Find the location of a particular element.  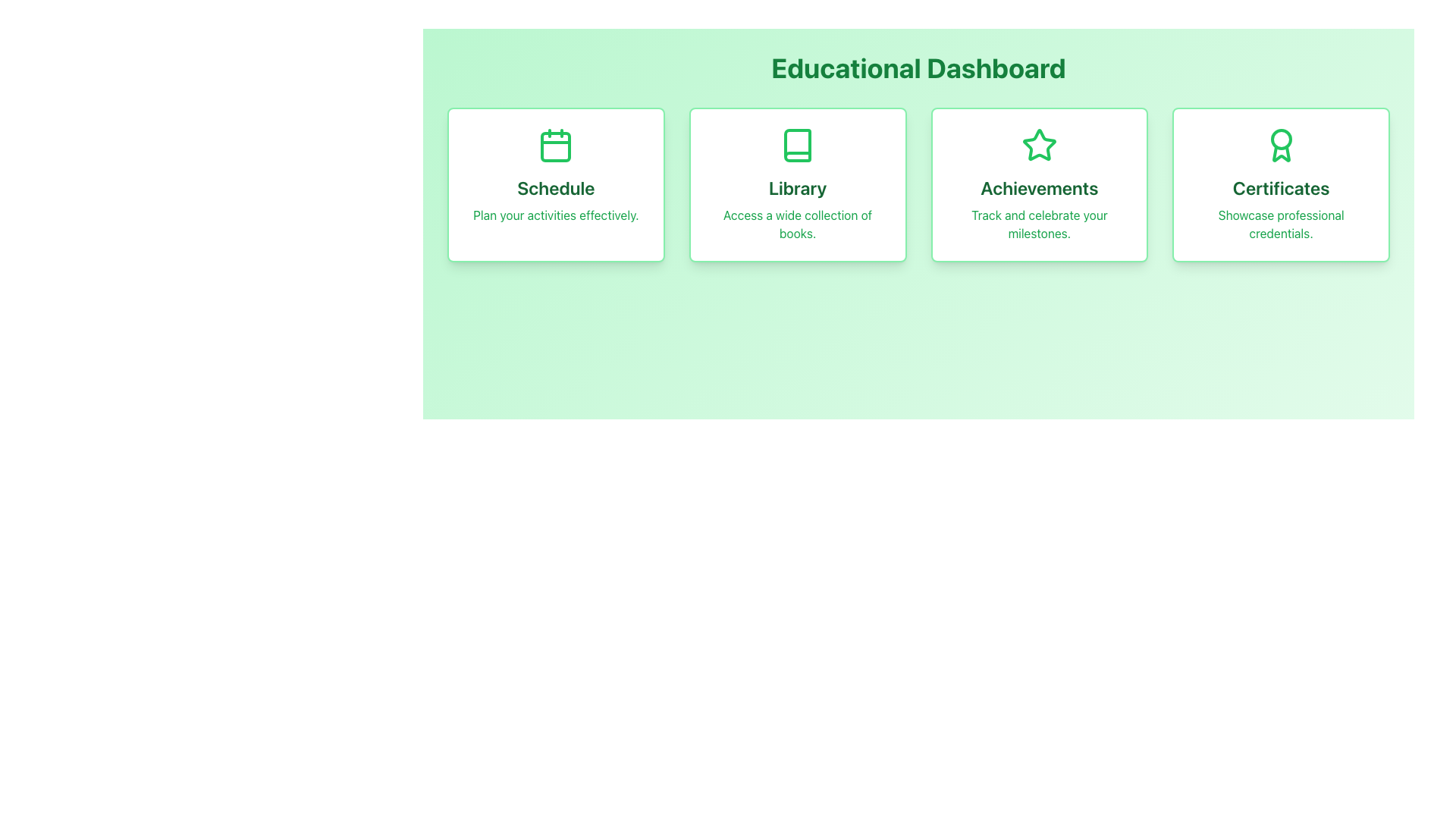

the green outline award ribbon icon located at the top of the 'Certificates' card, which is centered above the 'Certificates' title text is located at coordinates (1280, 146).